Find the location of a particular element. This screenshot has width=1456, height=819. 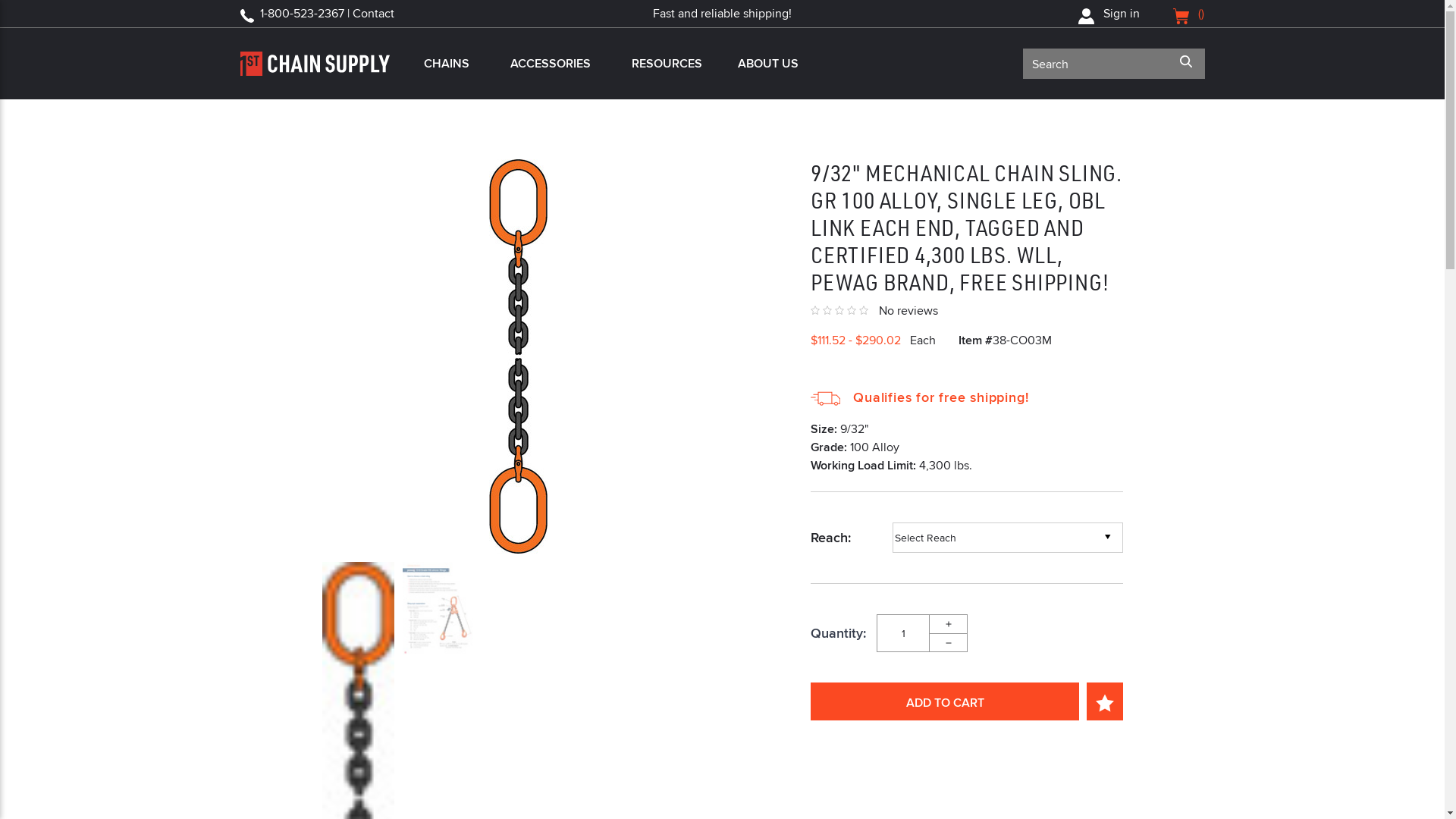

'RESOURCES' is located at coordinates (664, 63).